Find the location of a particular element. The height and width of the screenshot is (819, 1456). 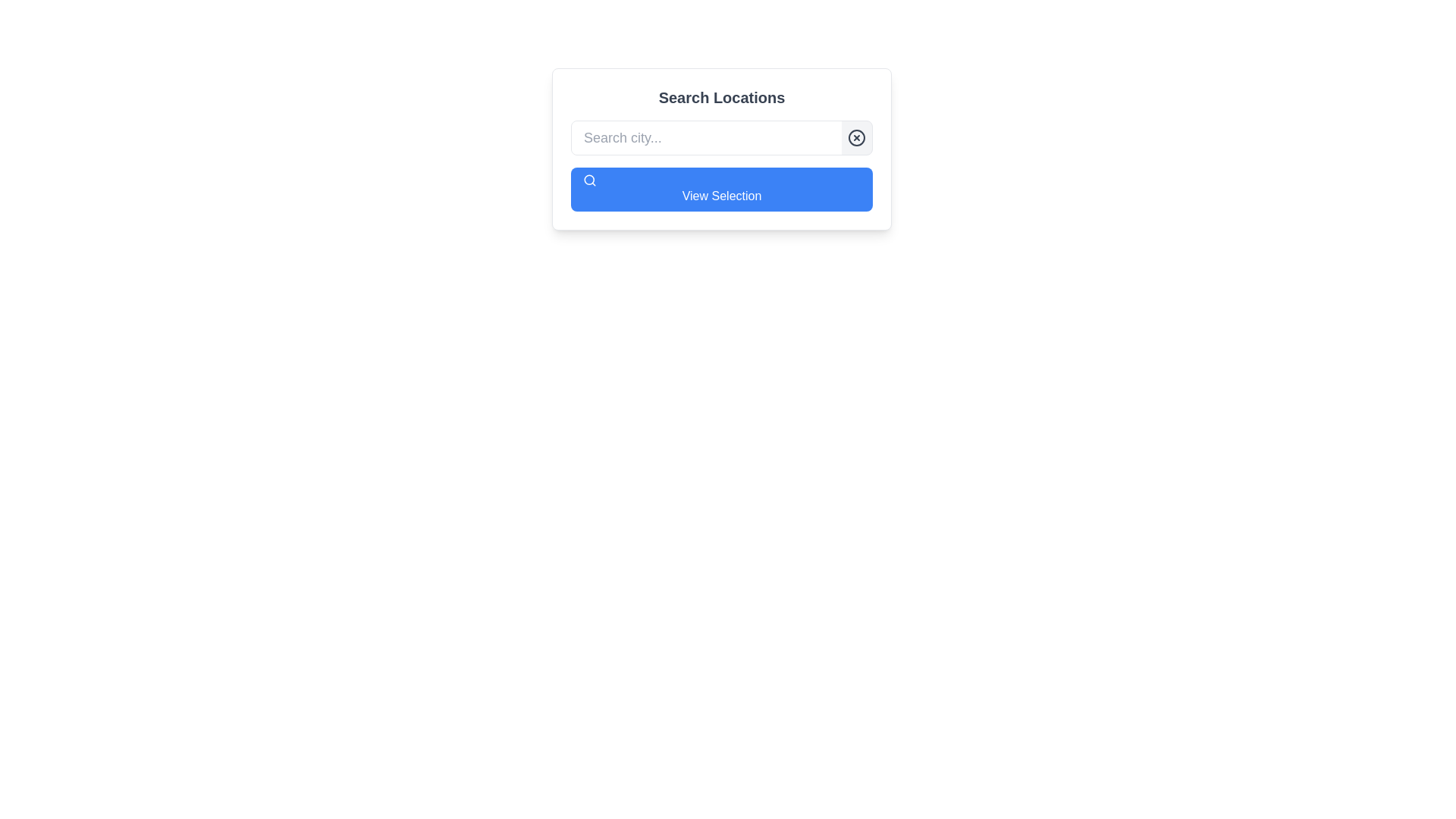

the functionality associated with the decorative icon element positioned to the right of the search input field in the modal layout is located at coordinates (588, 178).